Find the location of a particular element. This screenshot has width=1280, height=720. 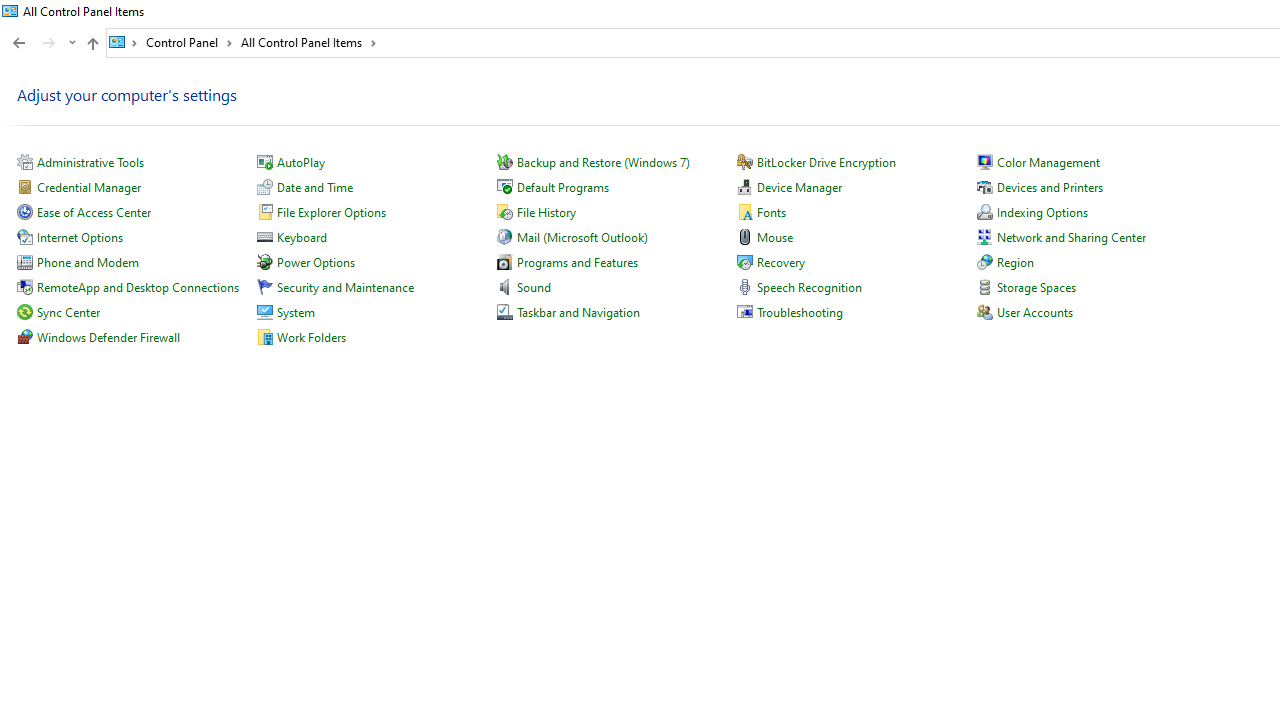

'User Accounts' is located at coordinates (1034, 312).